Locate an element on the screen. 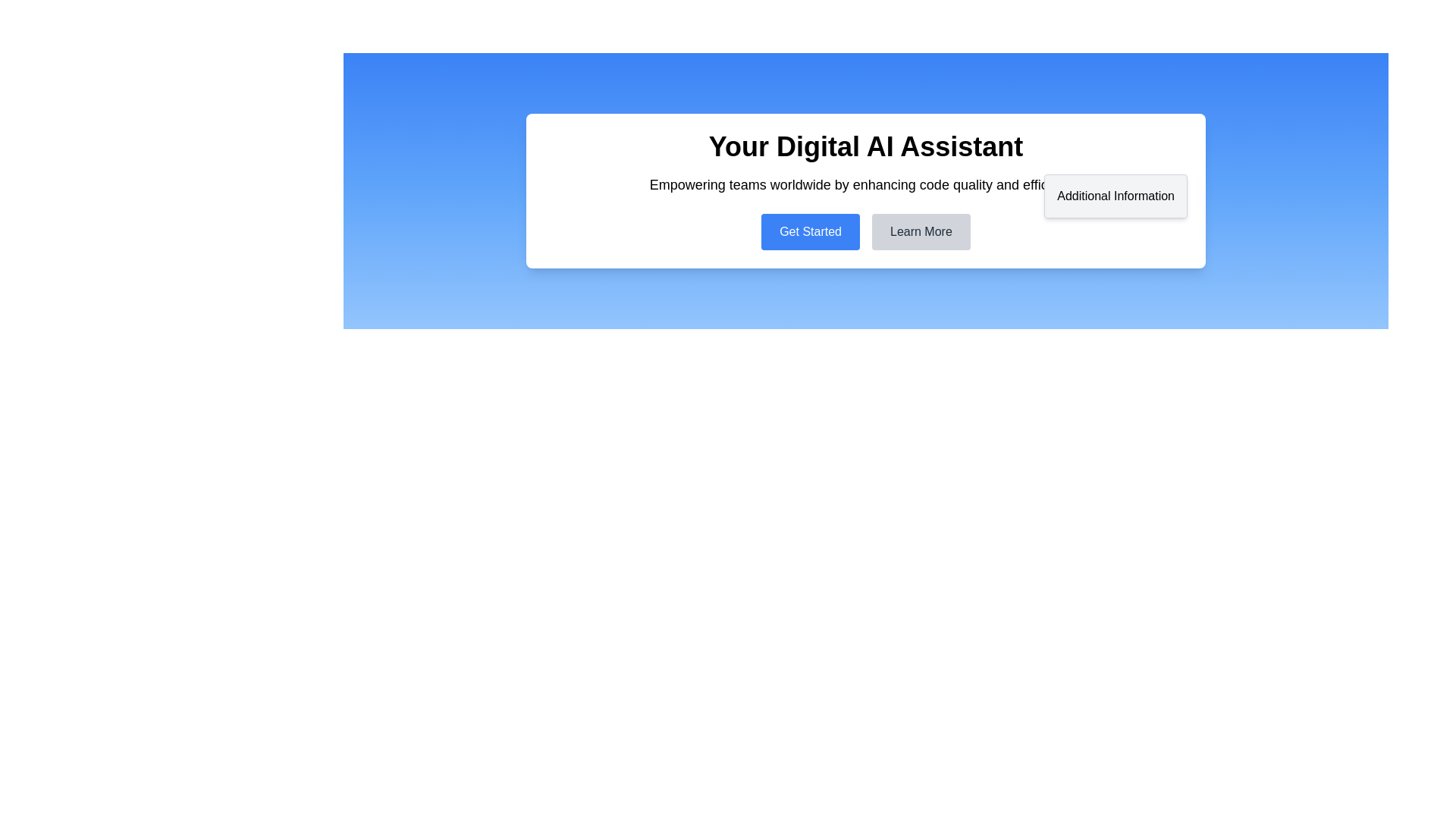 The width and height of the screenshot is (1456, 819). the descriptive text element located directly below the heading 'Your Digital AI Assistant' and above the buttons 'Get Started' and 'Learn More' is located at coordinates (866, 184).